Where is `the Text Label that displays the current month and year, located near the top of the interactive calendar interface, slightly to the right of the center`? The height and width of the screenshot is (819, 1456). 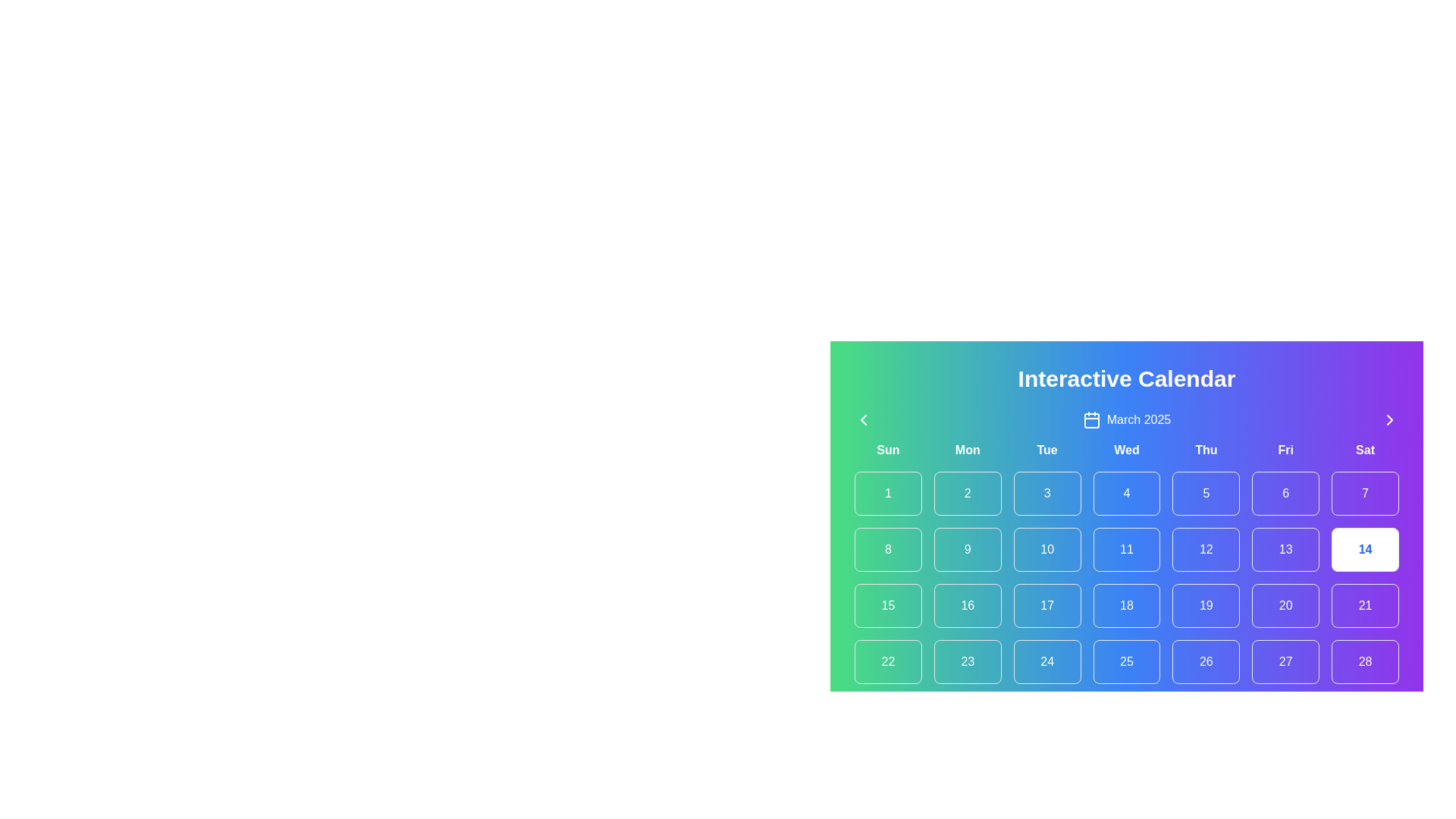
the Text Label that displays the current month and year, located near the top of the interactive calendar interface, slightly to the right of the center is located at coordinates (1139, 420).